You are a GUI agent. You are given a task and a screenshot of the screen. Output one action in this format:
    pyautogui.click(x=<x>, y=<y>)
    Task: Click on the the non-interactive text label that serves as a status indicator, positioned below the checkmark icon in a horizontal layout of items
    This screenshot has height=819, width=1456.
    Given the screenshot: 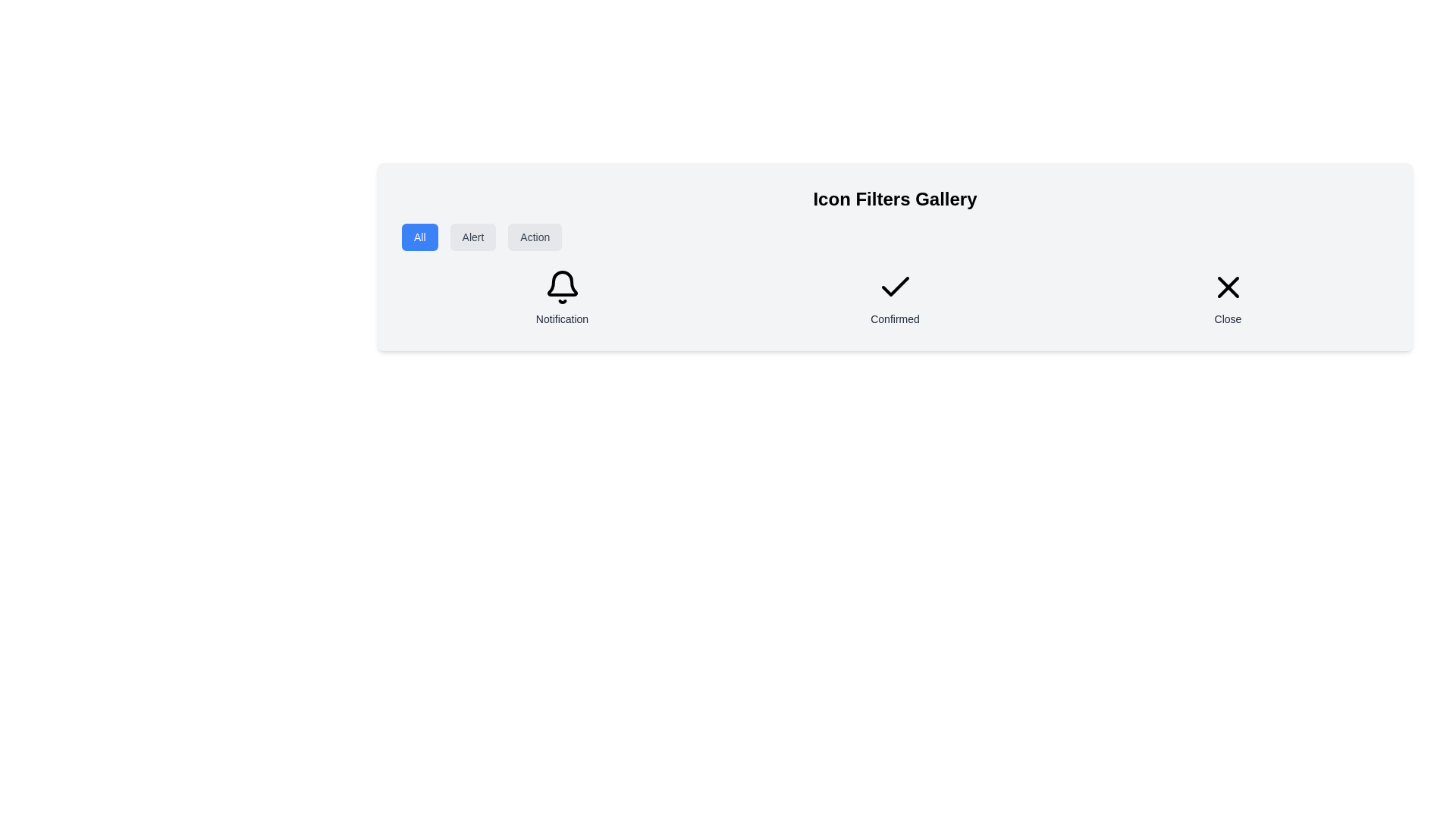 What is the action you would take?
    pyautogui.click(x=895, y=318)
    